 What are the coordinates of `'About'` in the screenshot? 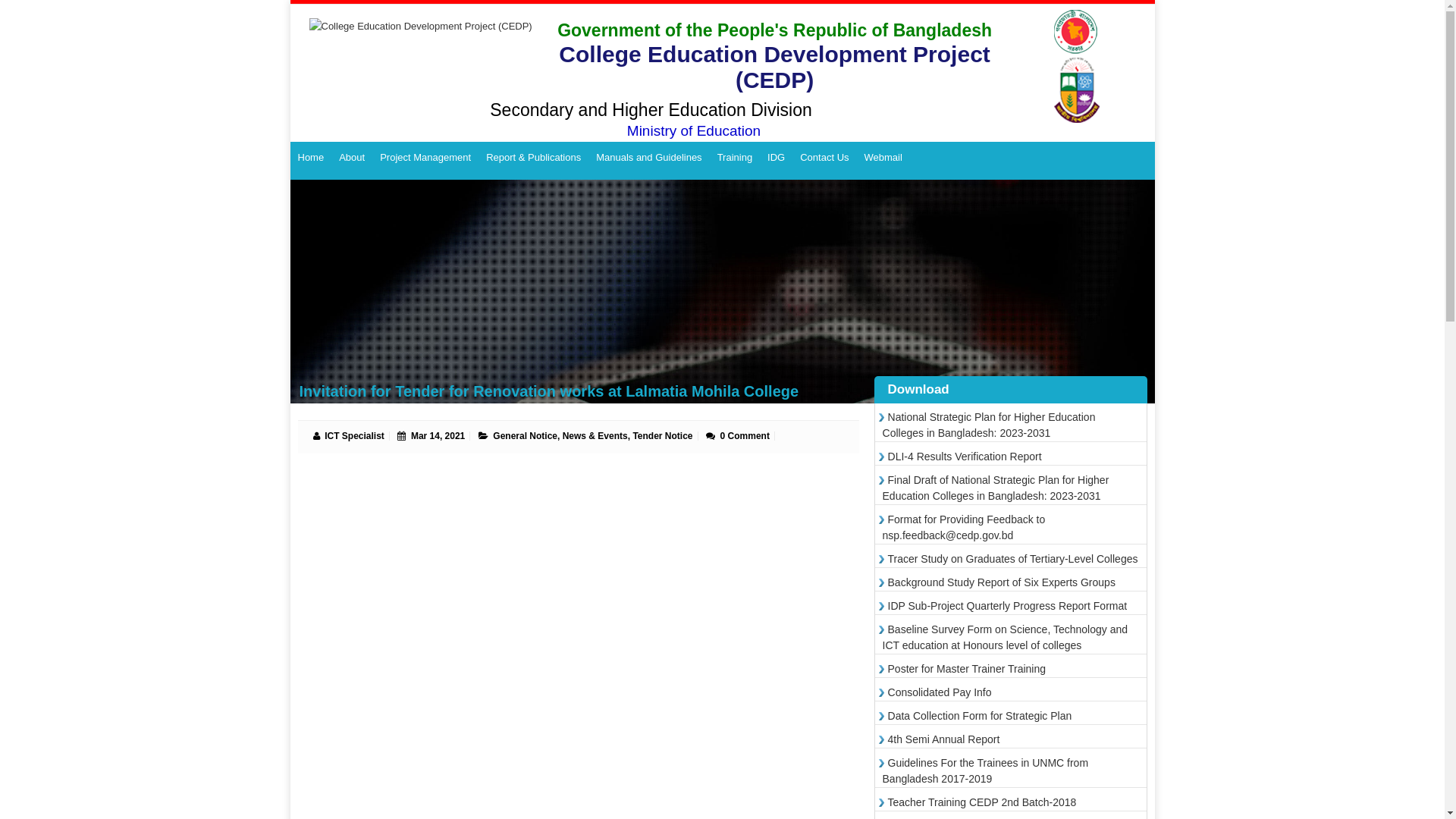 It's located at (330, 158).